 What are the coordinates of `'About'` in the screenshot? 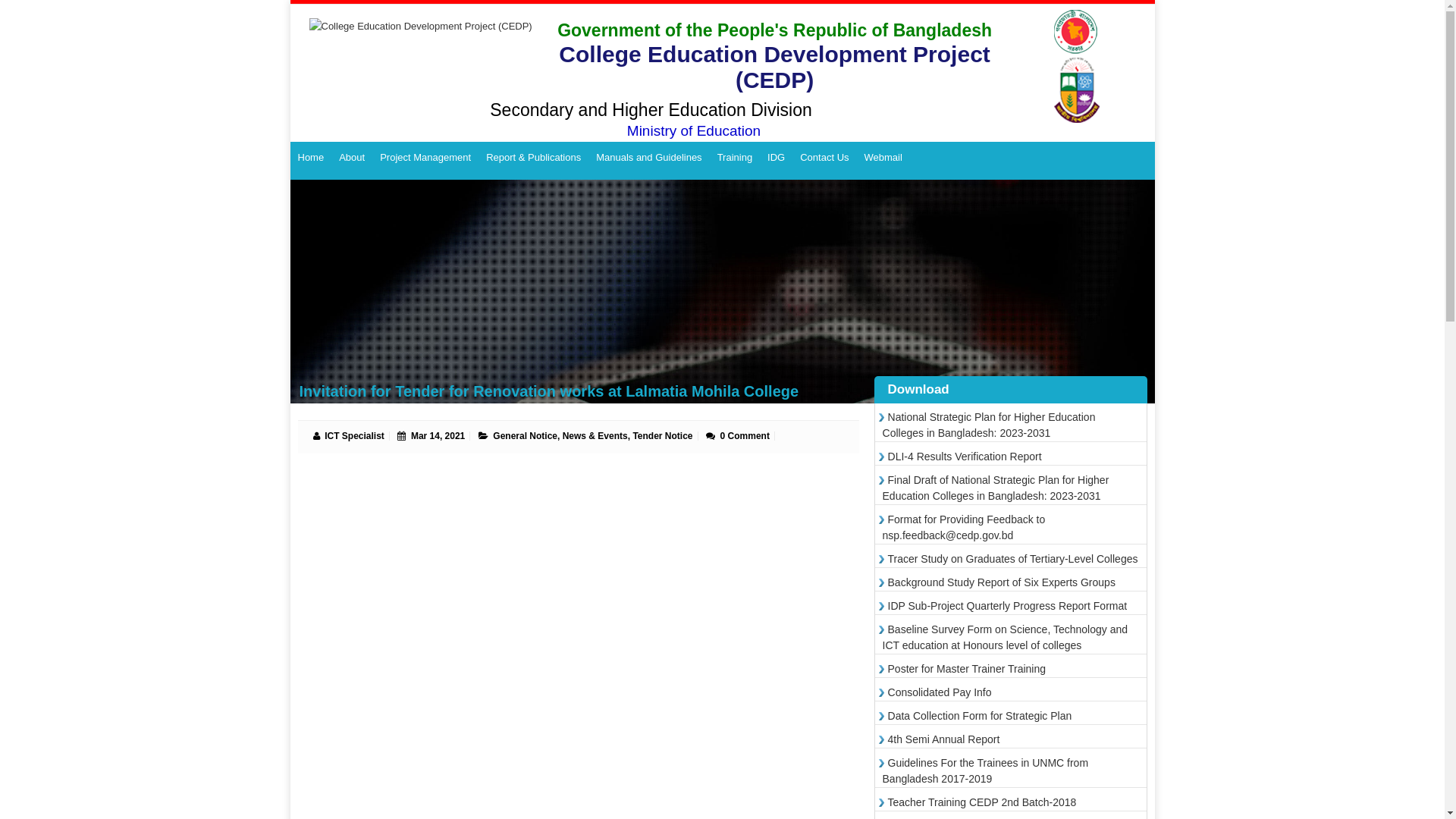 It's located at (330, 158).